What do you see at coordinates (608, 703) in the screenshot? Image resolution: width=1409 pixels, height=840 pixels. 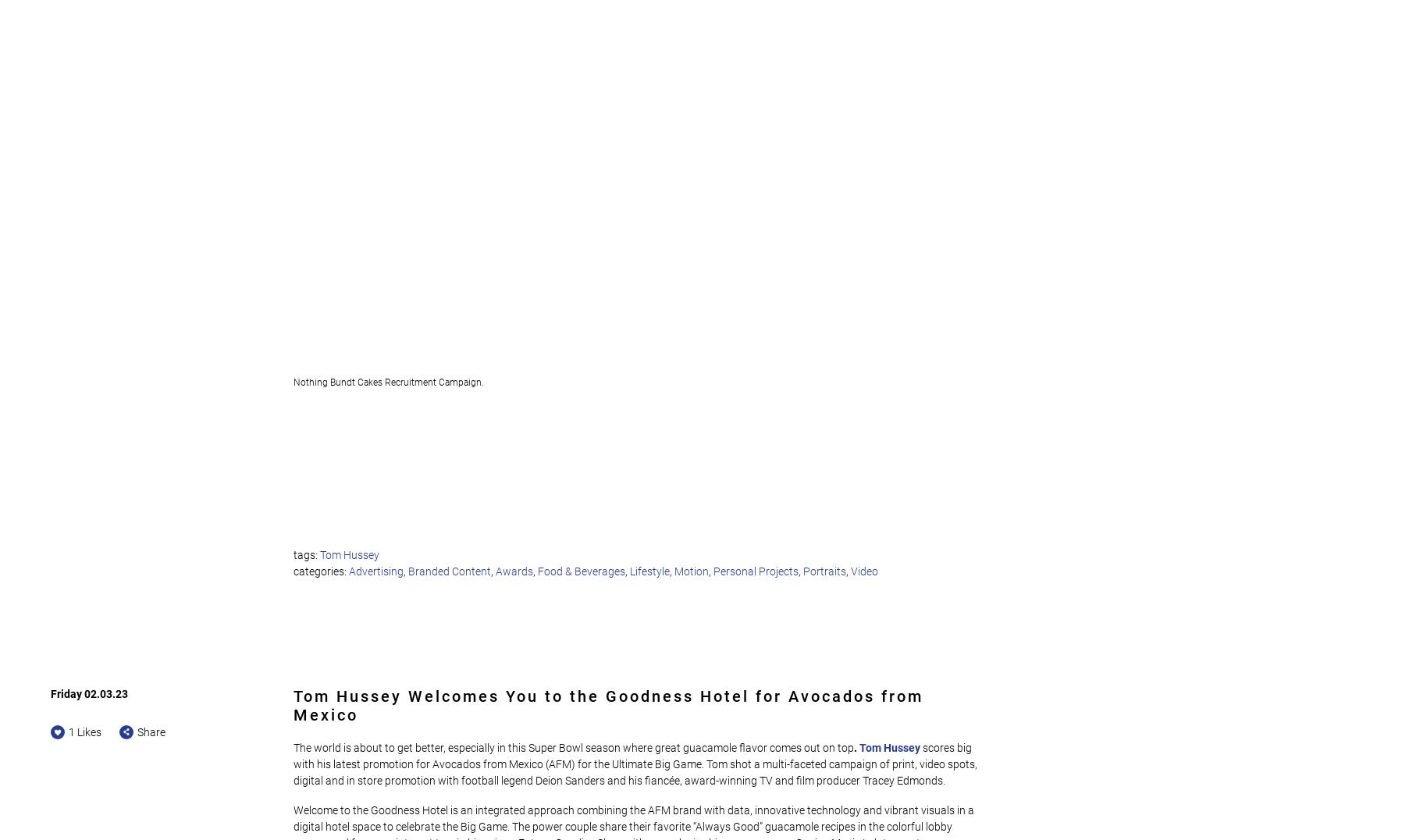 I see `'Tom Hussey Welcomes You to the Goodness Hotel for Avocados from Mexico'` at bounding box center [608, 703].